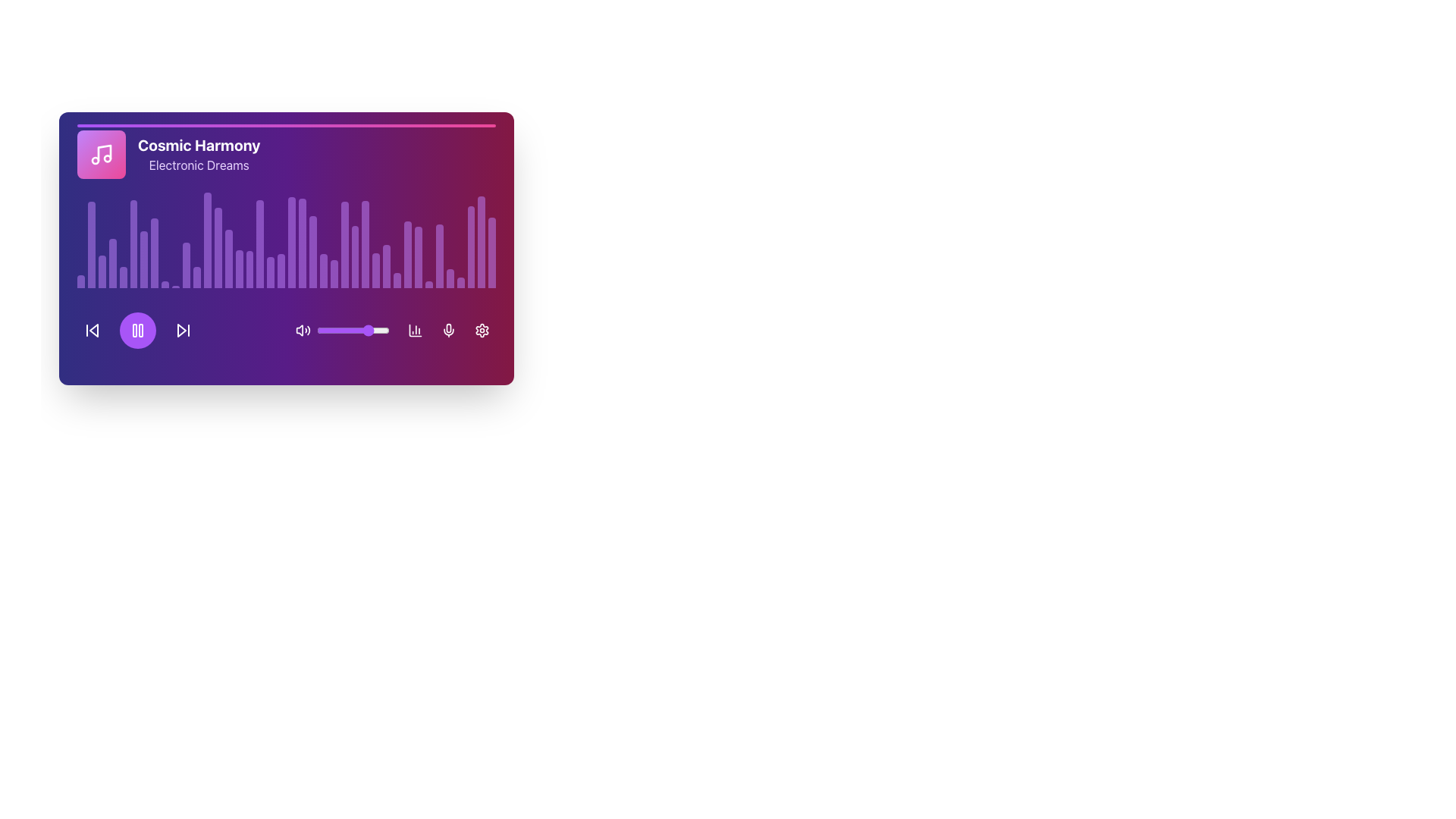 This screenshot has width=1456, height=819. Describe the element at coordinates (182, 329) in the screenshot. I see `the skip forward button located immediately to the right of the play/pause button labeled '00'` at that location.